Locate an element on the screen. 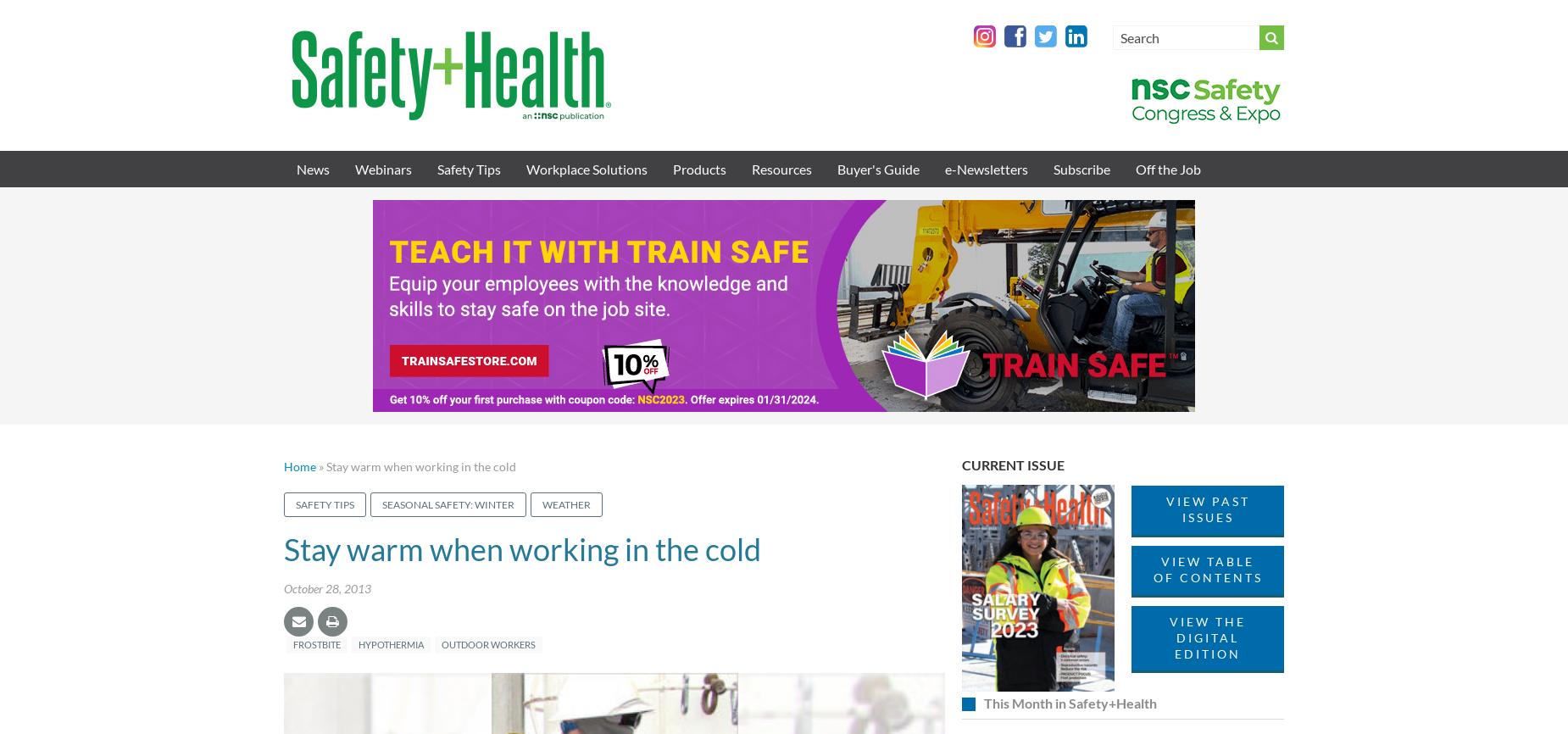 The image size is (1568, 734). 'Products' is located at coordinates (699, 169).